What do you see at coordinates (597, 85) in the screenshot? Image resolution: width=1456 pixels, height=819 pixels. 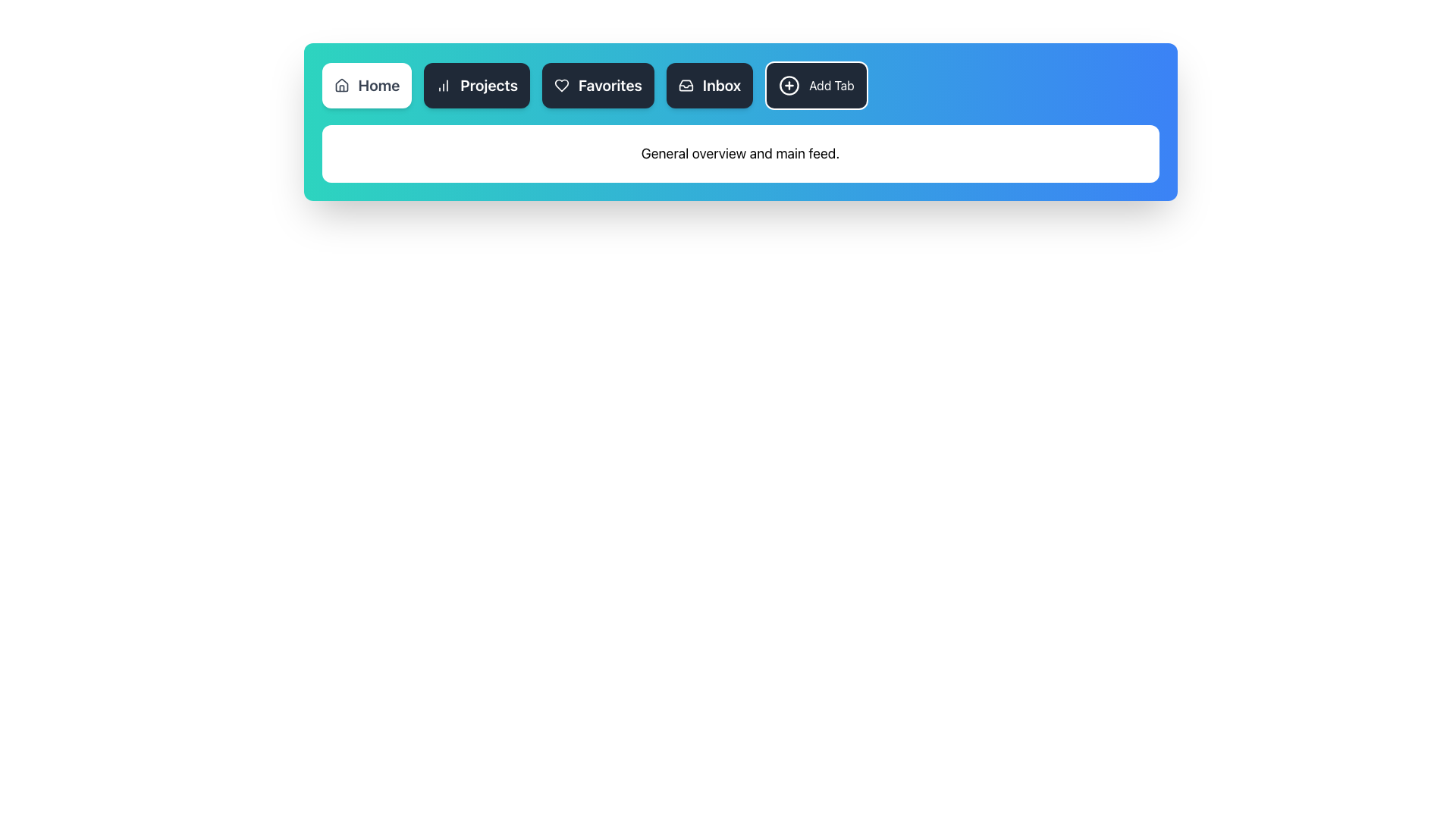 I see `the navigation button for 'Favorites', which is the third button in a horizontal group of navigation buttons` at bounding box center [597, 85].